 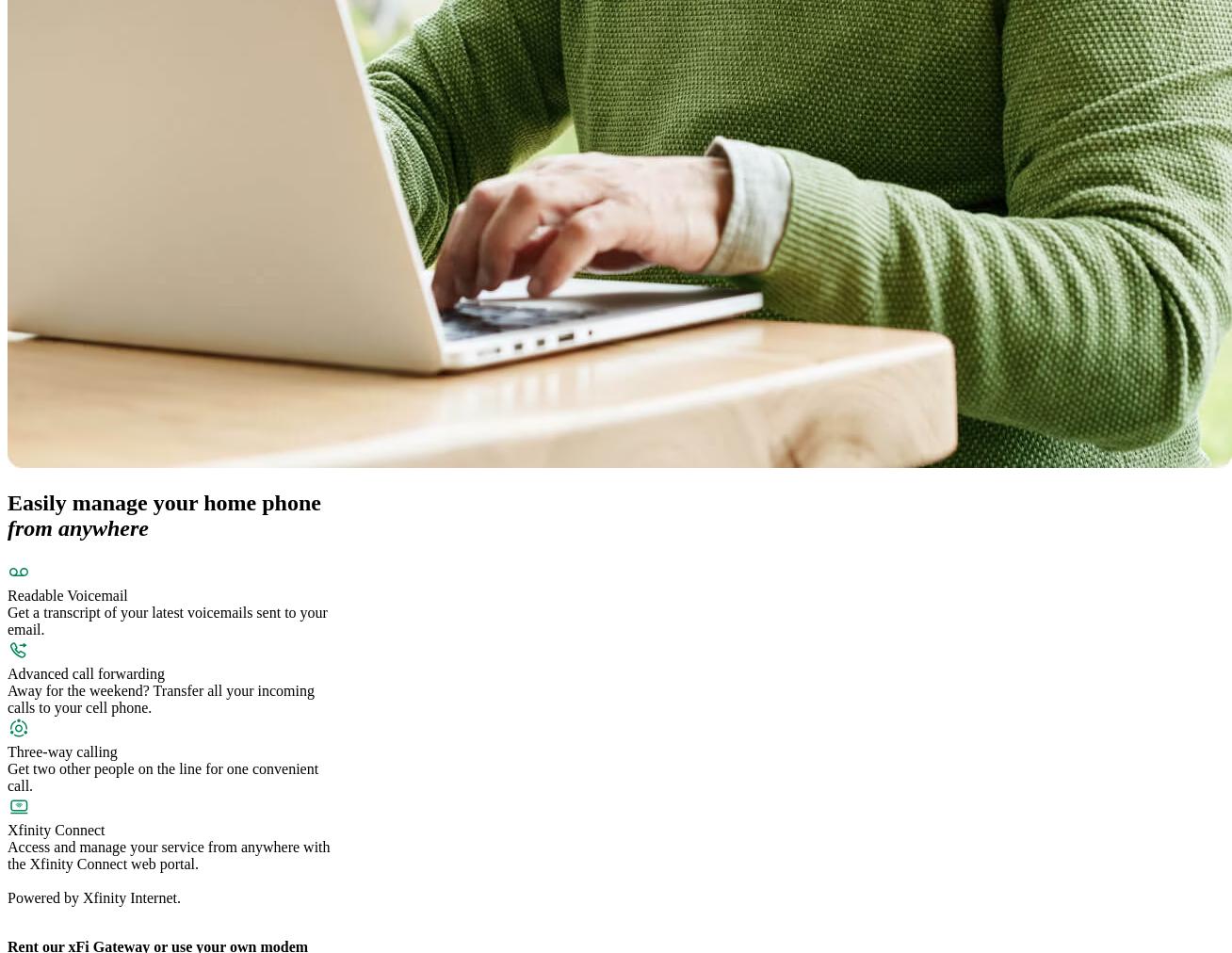 I want to click on 'Three-way calling', so click(x=62, y=751).